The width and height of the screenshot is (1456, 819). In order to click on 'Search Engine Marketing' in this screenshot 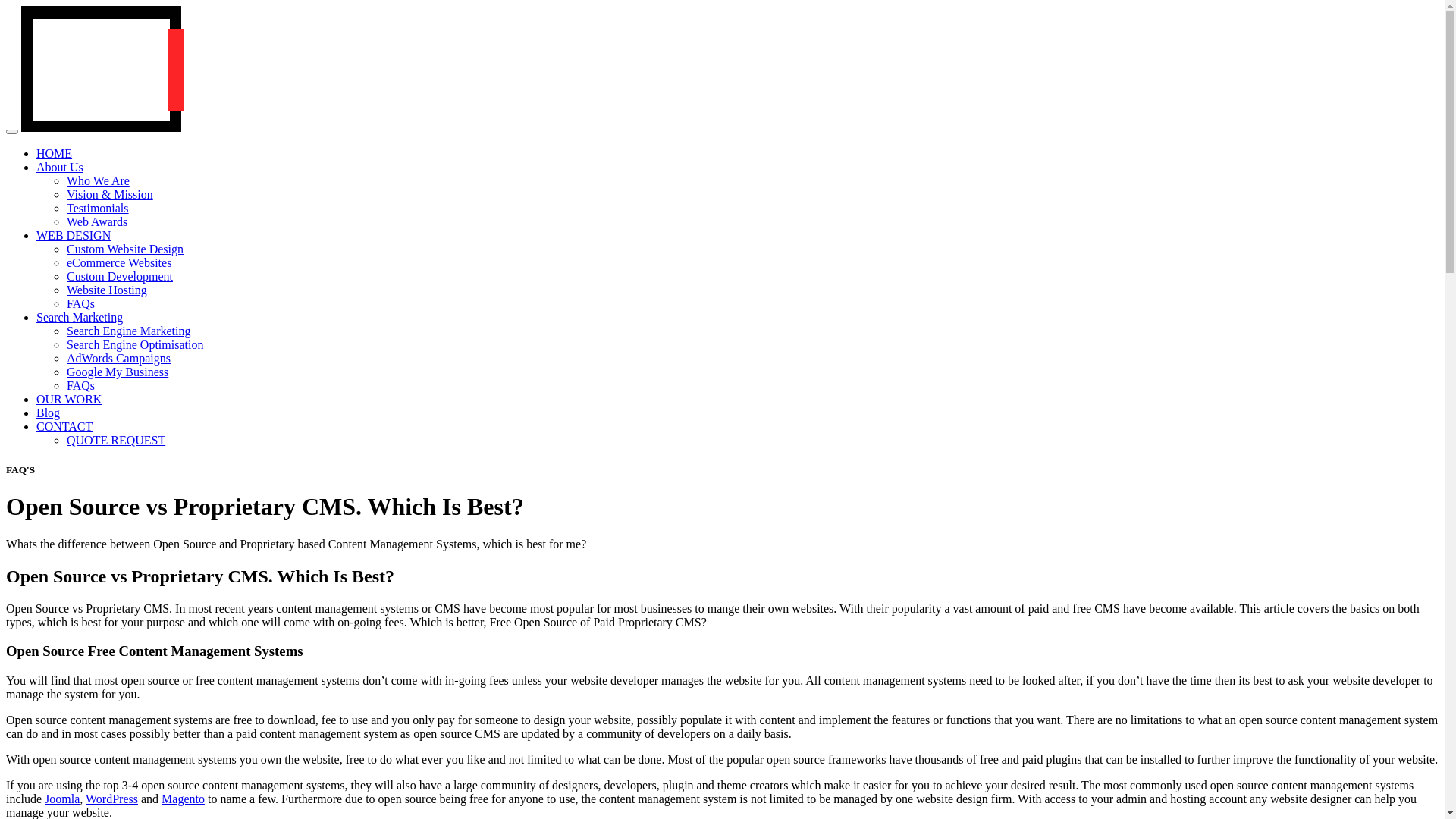, I will do `click(65, 330)`.